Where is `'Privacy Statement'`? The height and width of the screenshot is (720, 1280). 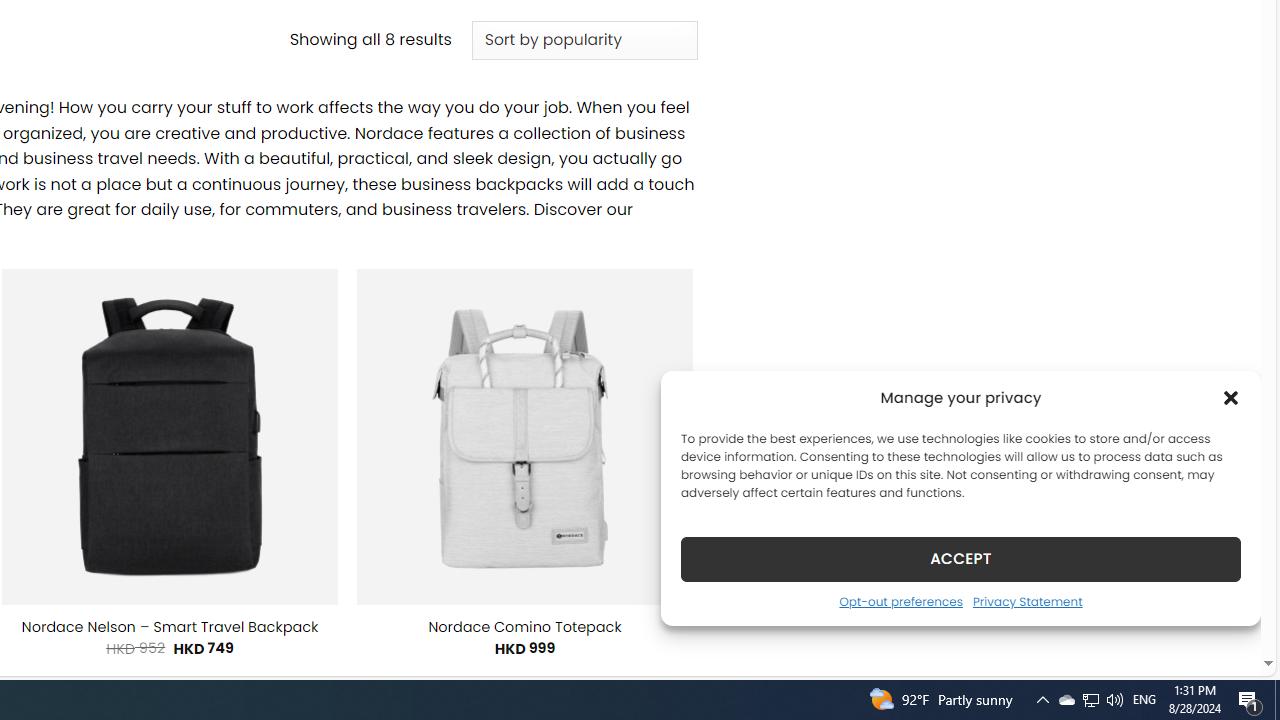 'Privacy Statement' is located at coordinates (1027, 600).